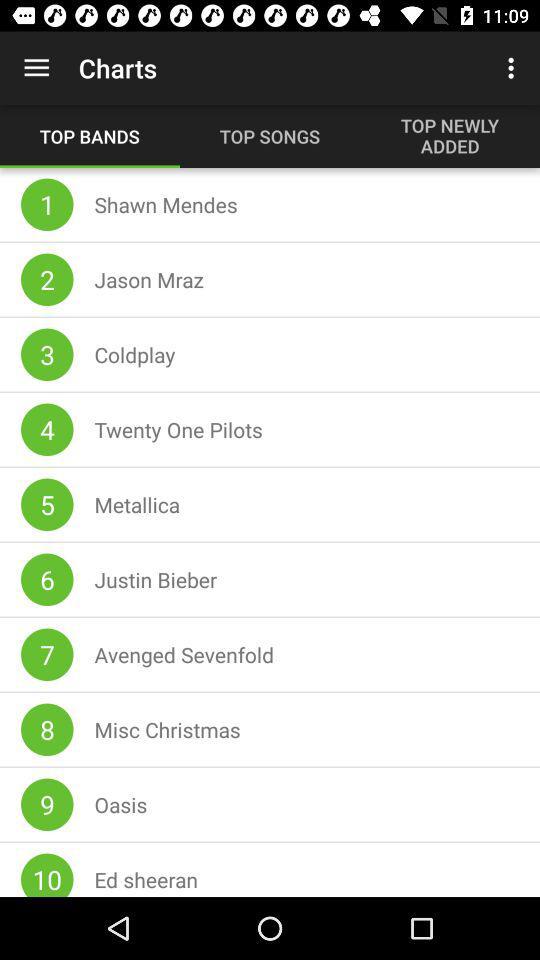  I want to click on app to the left of charts app, so click(36, 68).